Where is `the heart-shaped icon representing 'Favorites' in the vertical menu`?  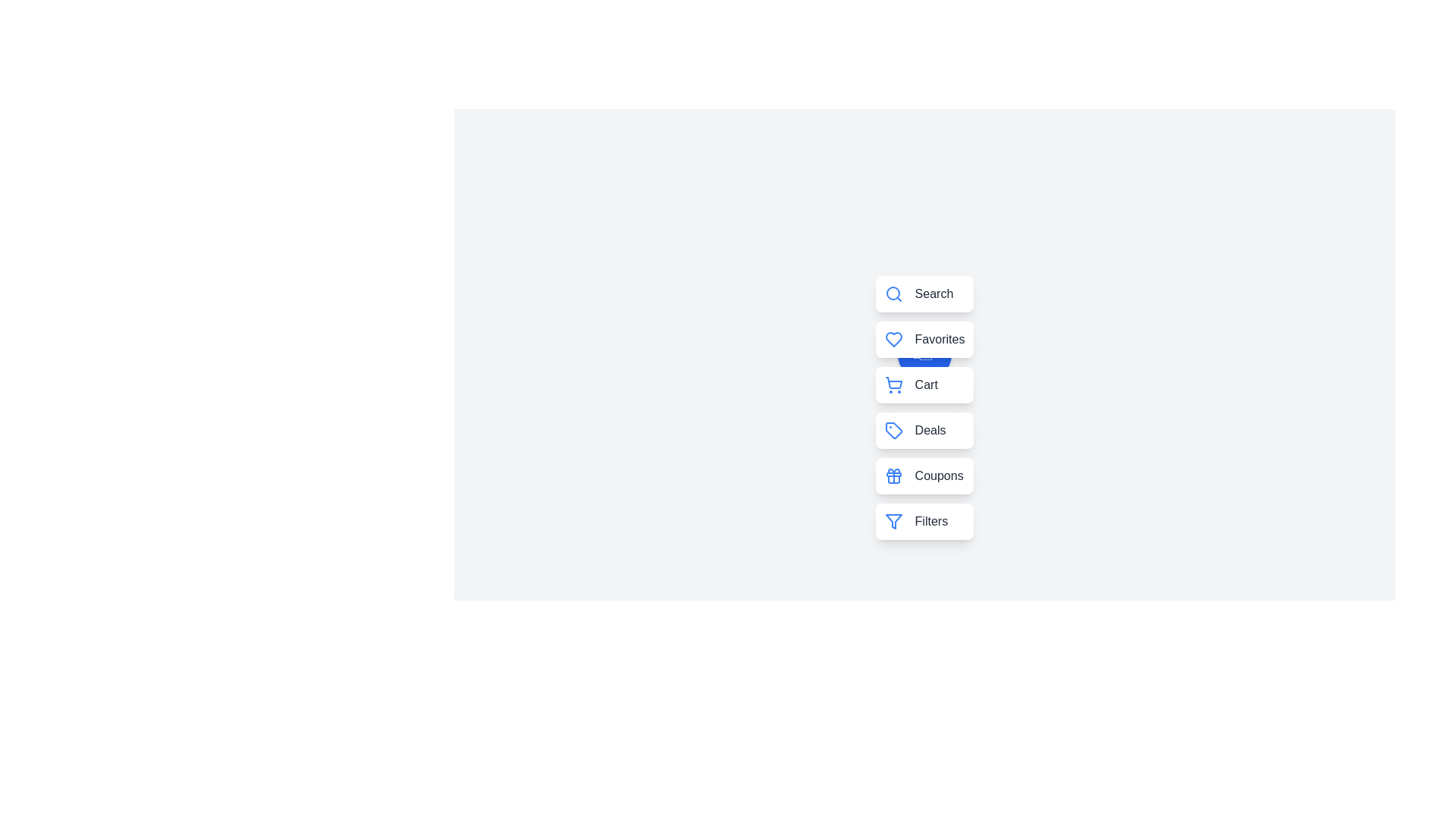
the heart-shaped icon representing 'Favorites' in the vertical menu is located at coordinates (893, 338).